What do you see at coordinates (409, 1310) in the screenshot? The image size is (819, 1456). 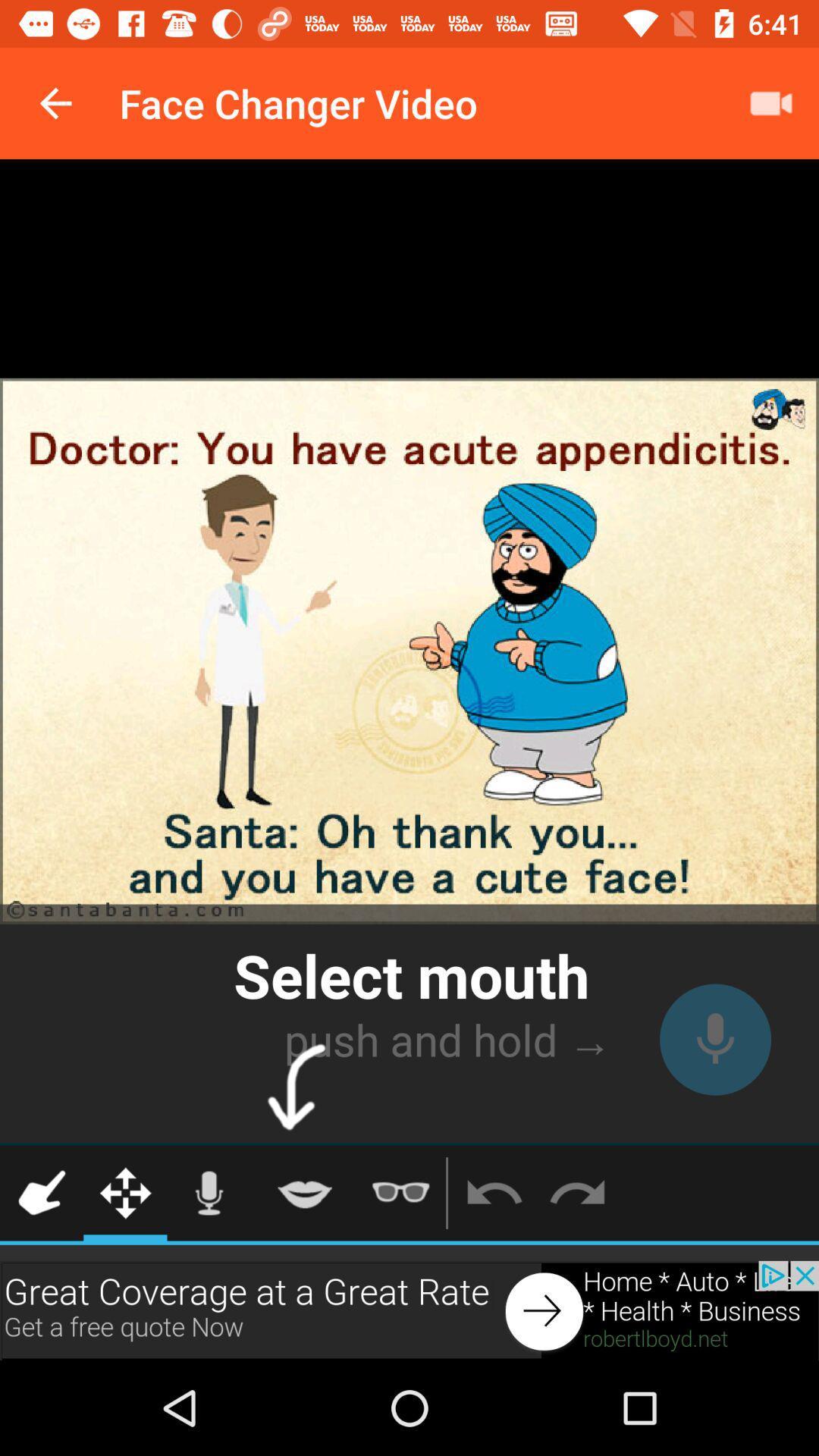 I see `advertisement` at bounding box center [409, 1310].